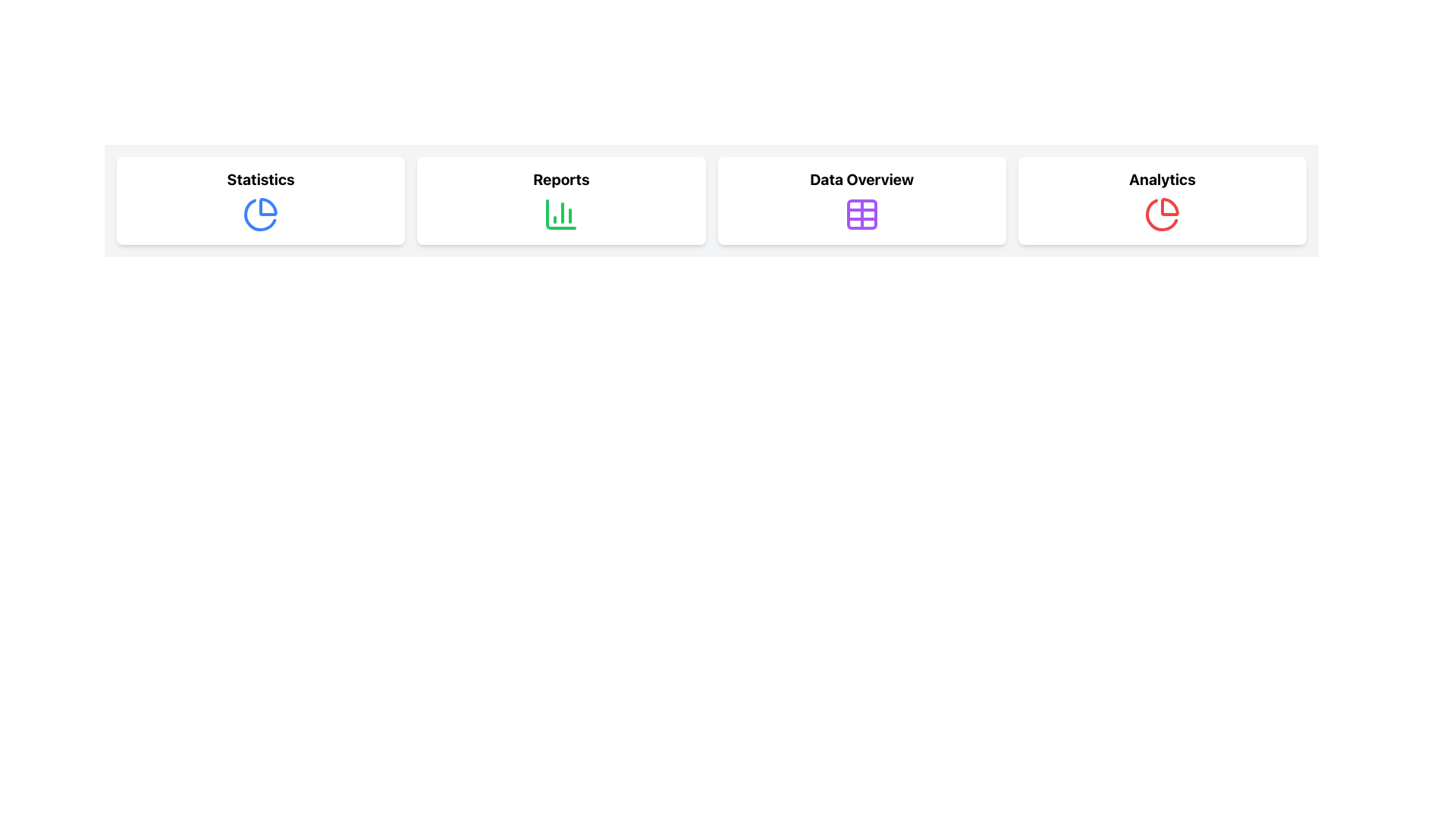  What do you see at coordinates (560, 214) in the screenshot?
I see `the visual indicator icon for the 'Reports' section, which is positioned beneath the 'Reports' label in the horizontal icon arrangement` at bounding box center [560, 214].